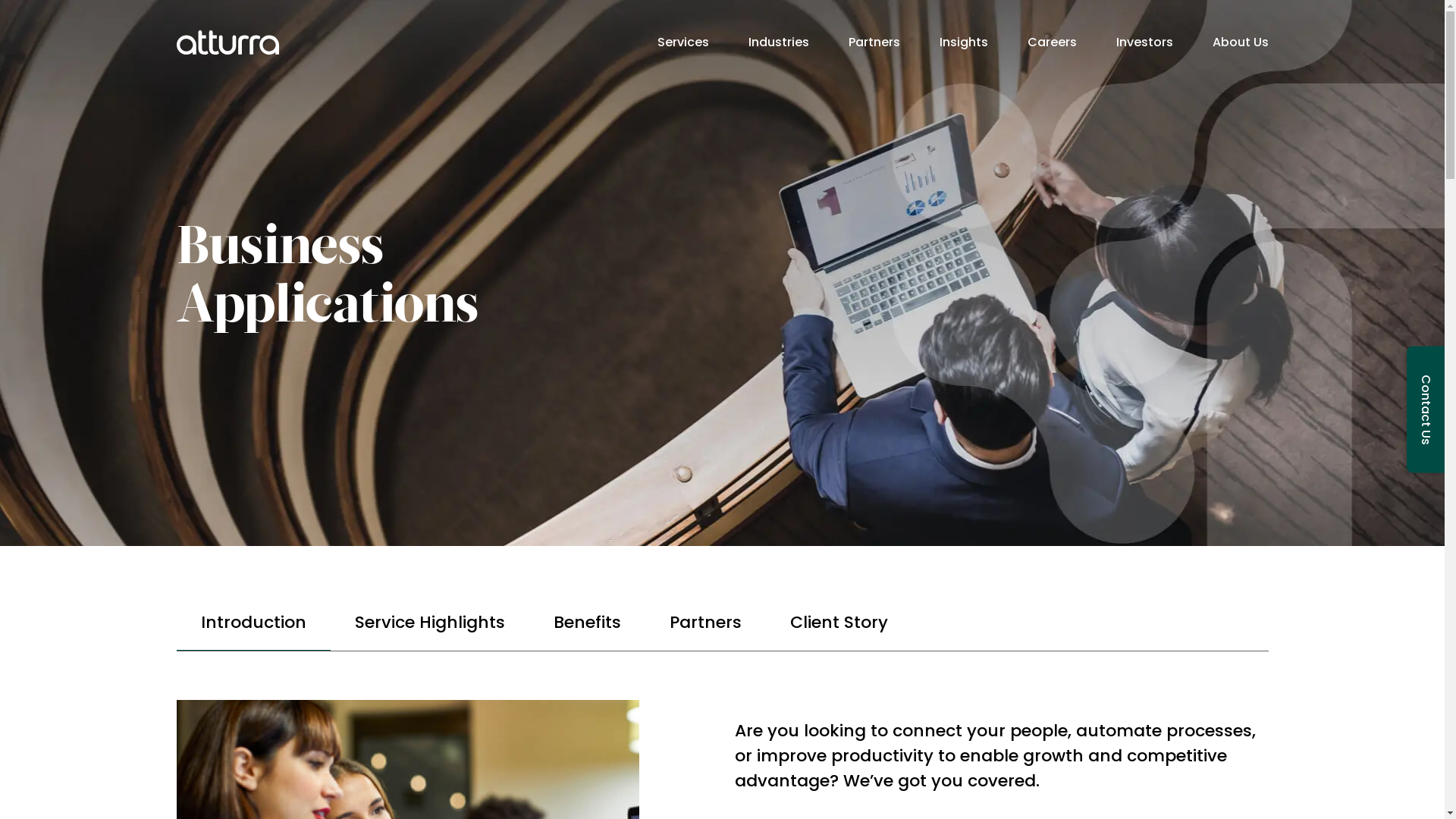  Describe the element at coordinates (428, 623) in the screenshot. I see `'Service Highlights'` at that location.